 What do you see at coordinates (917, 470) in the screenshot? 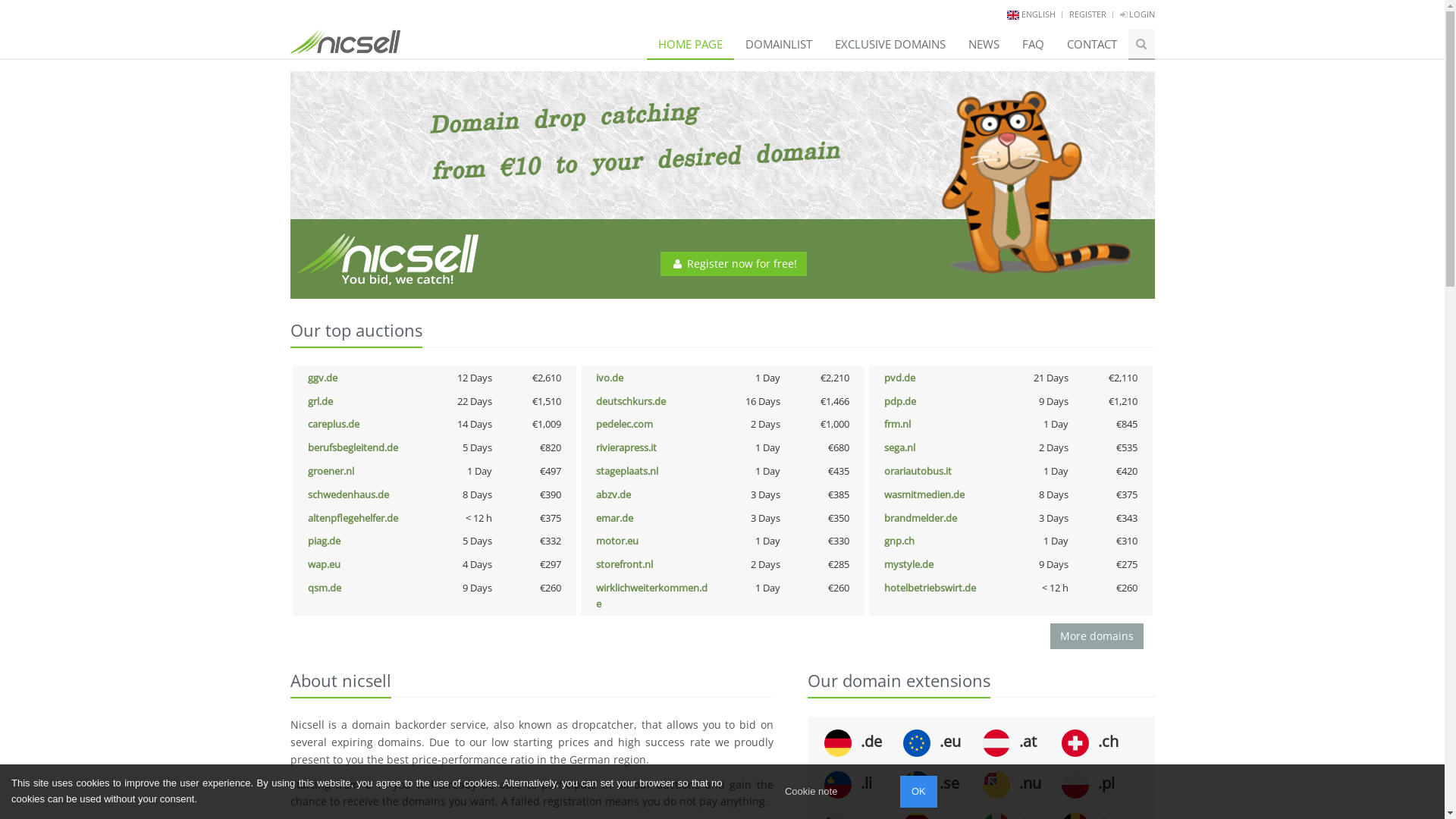
I see `'orariautobus.it'` at bounding box center [917, 470].